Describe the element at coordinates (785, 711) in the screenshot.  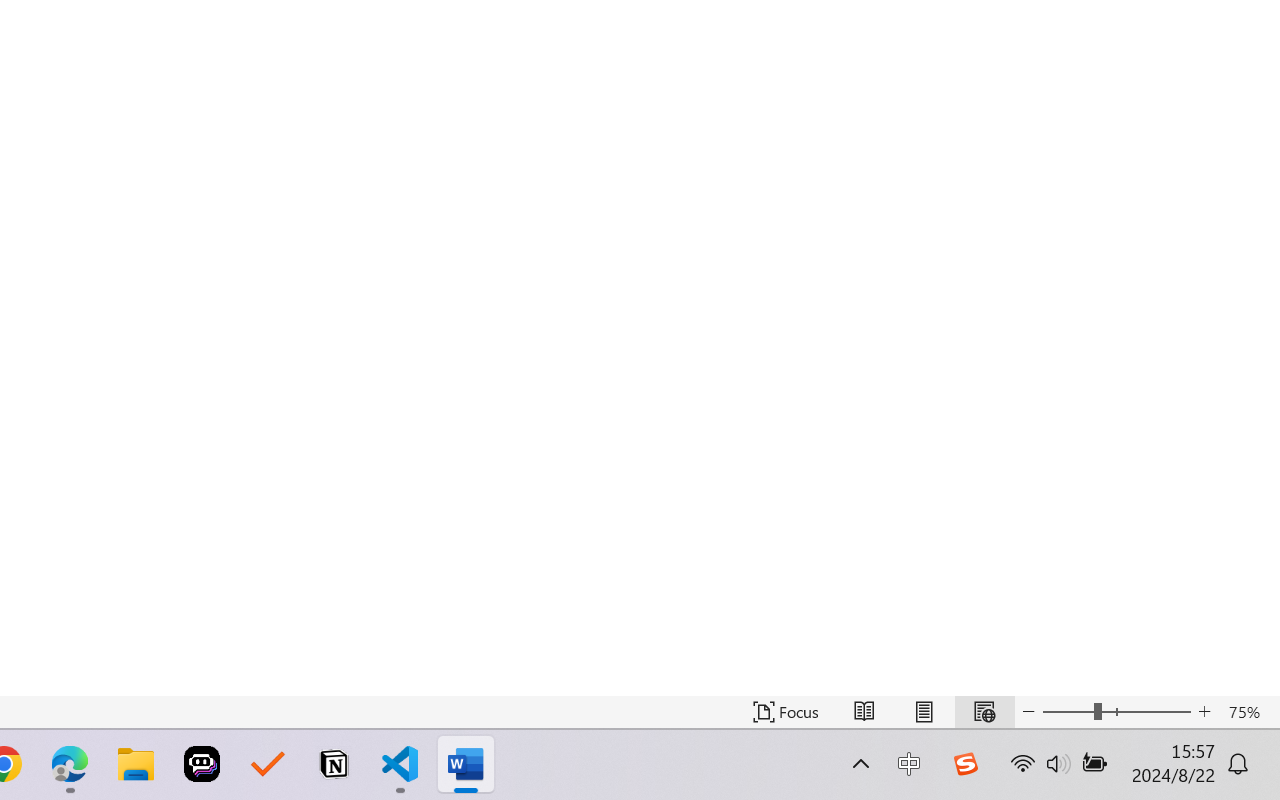
I see `'Focus '` at that location.